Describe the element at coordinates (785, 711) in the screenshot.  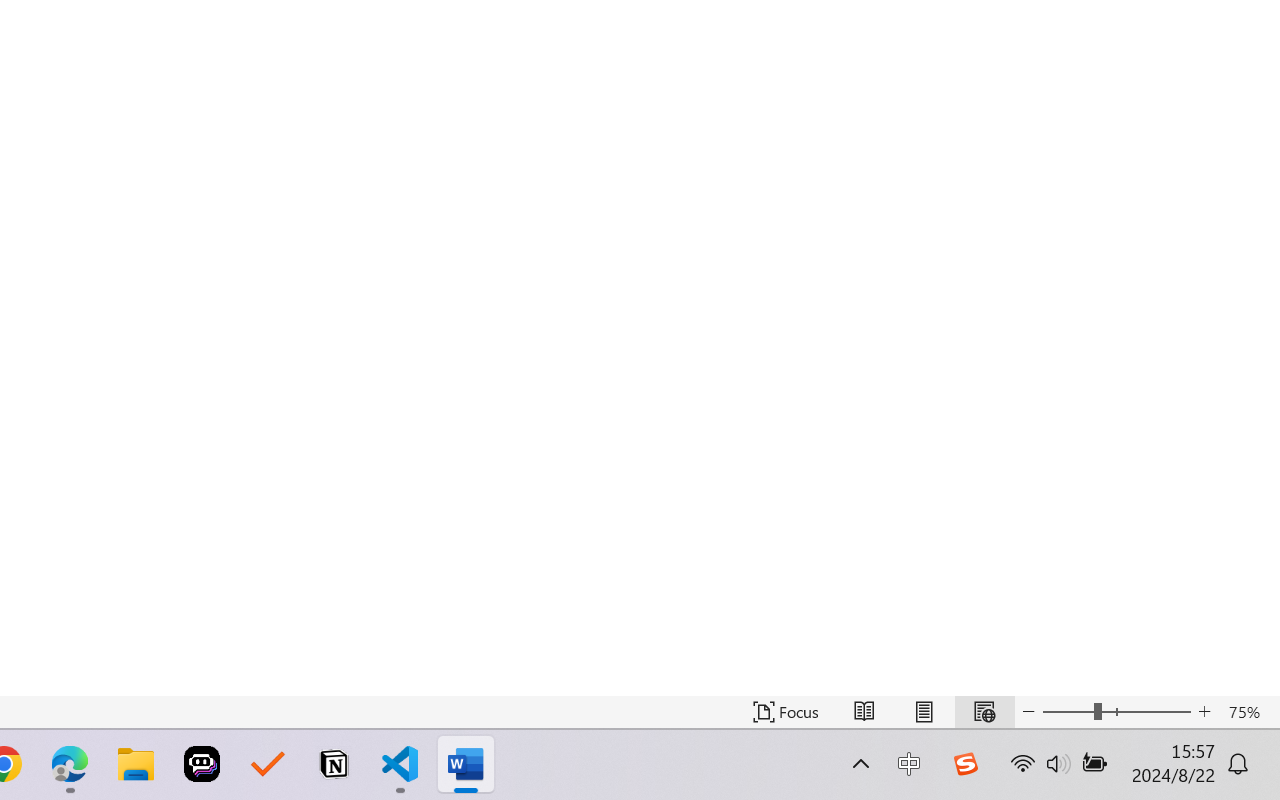
I see `'Focus '` at that location.